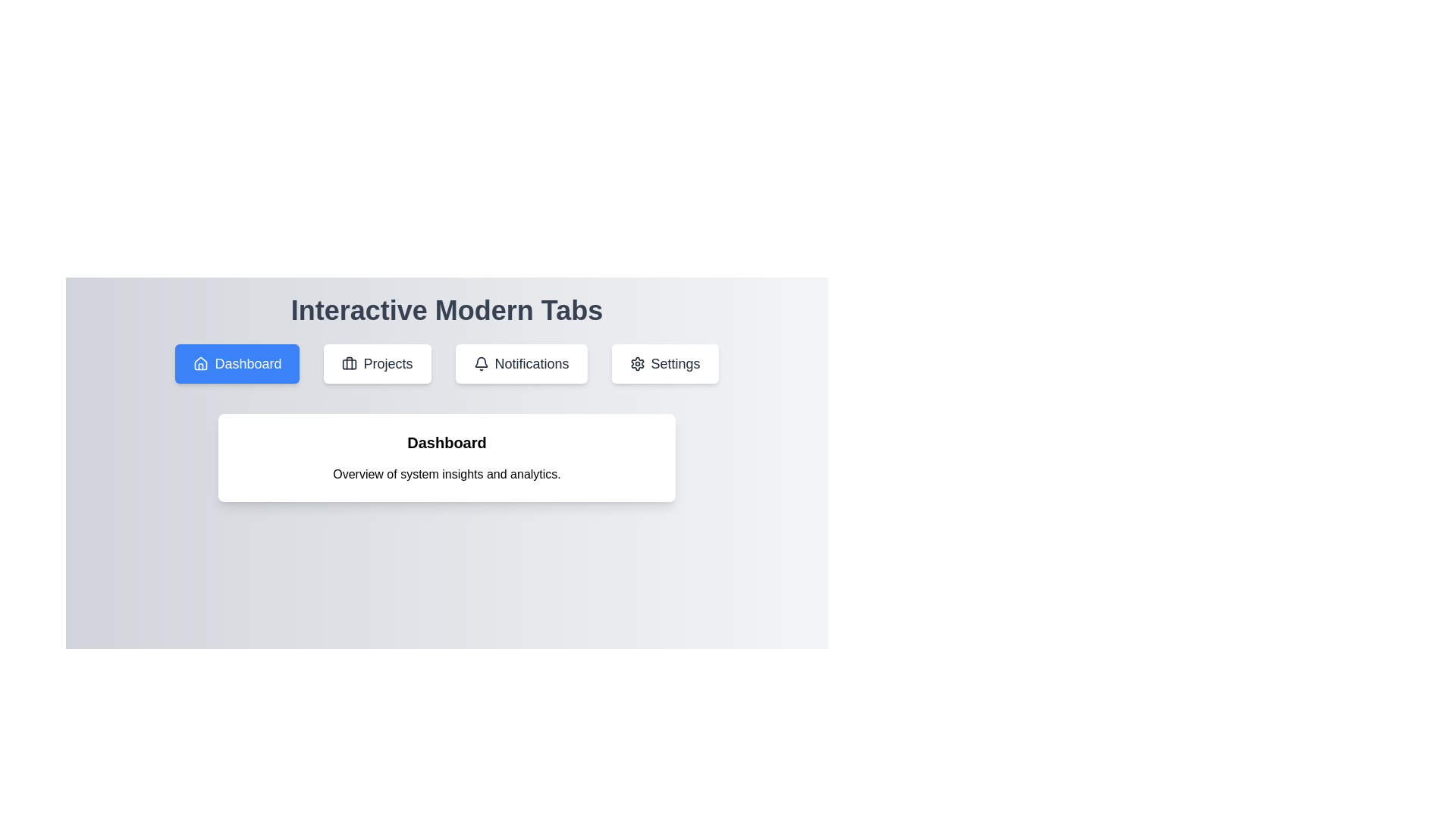  Describe the element at coordinates (480, 362) in the screenshot. I see `the main body of the bell icon, which is part of a notification symbol, positioned below the top segment of the bell structure` at that location.